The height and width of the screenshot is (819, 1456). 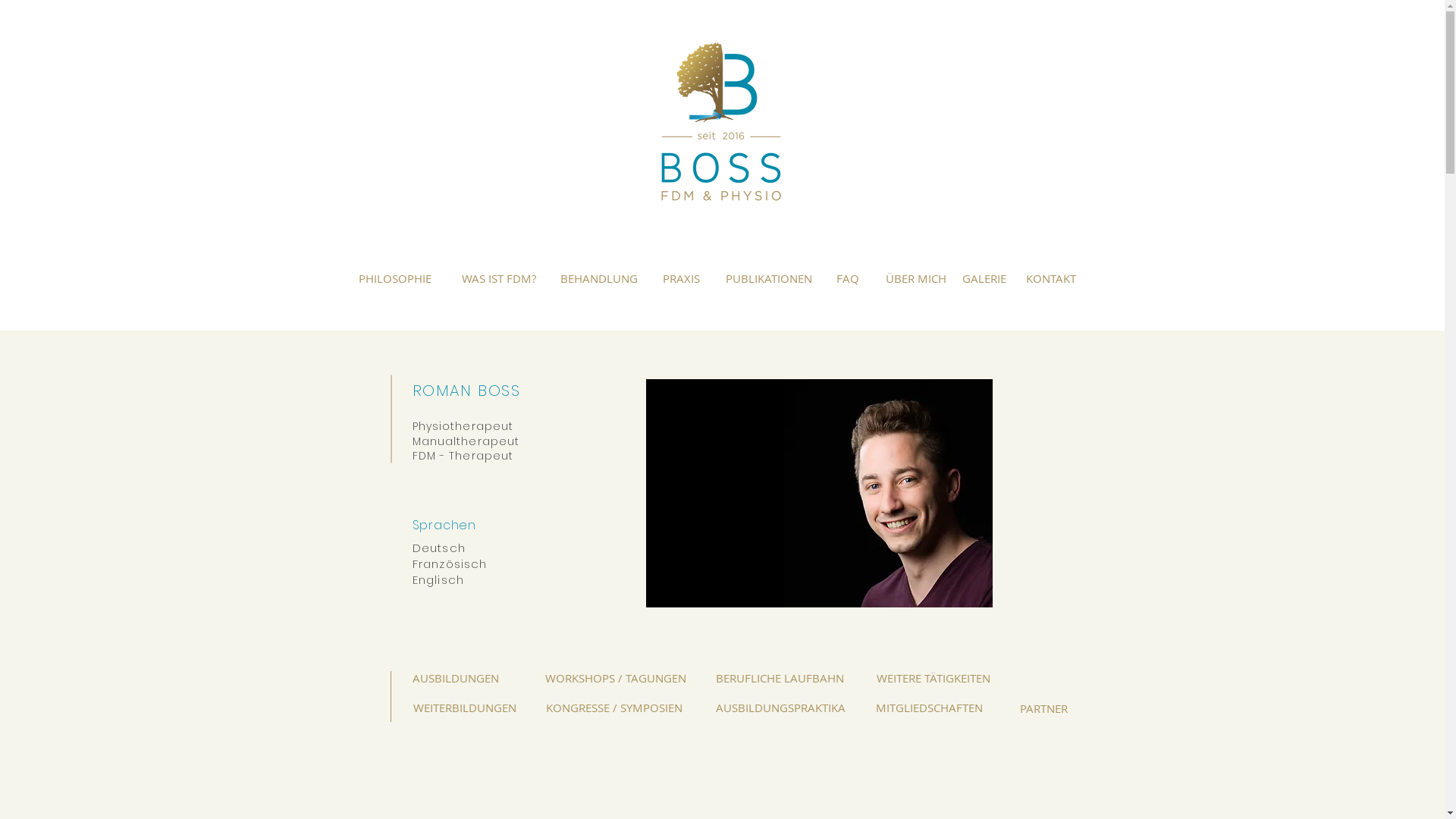 What do you see at coordinates (464, 708) in the screenshot?
I see `'WEITERBILDUNGEN'` at bounding box center [464, 708].